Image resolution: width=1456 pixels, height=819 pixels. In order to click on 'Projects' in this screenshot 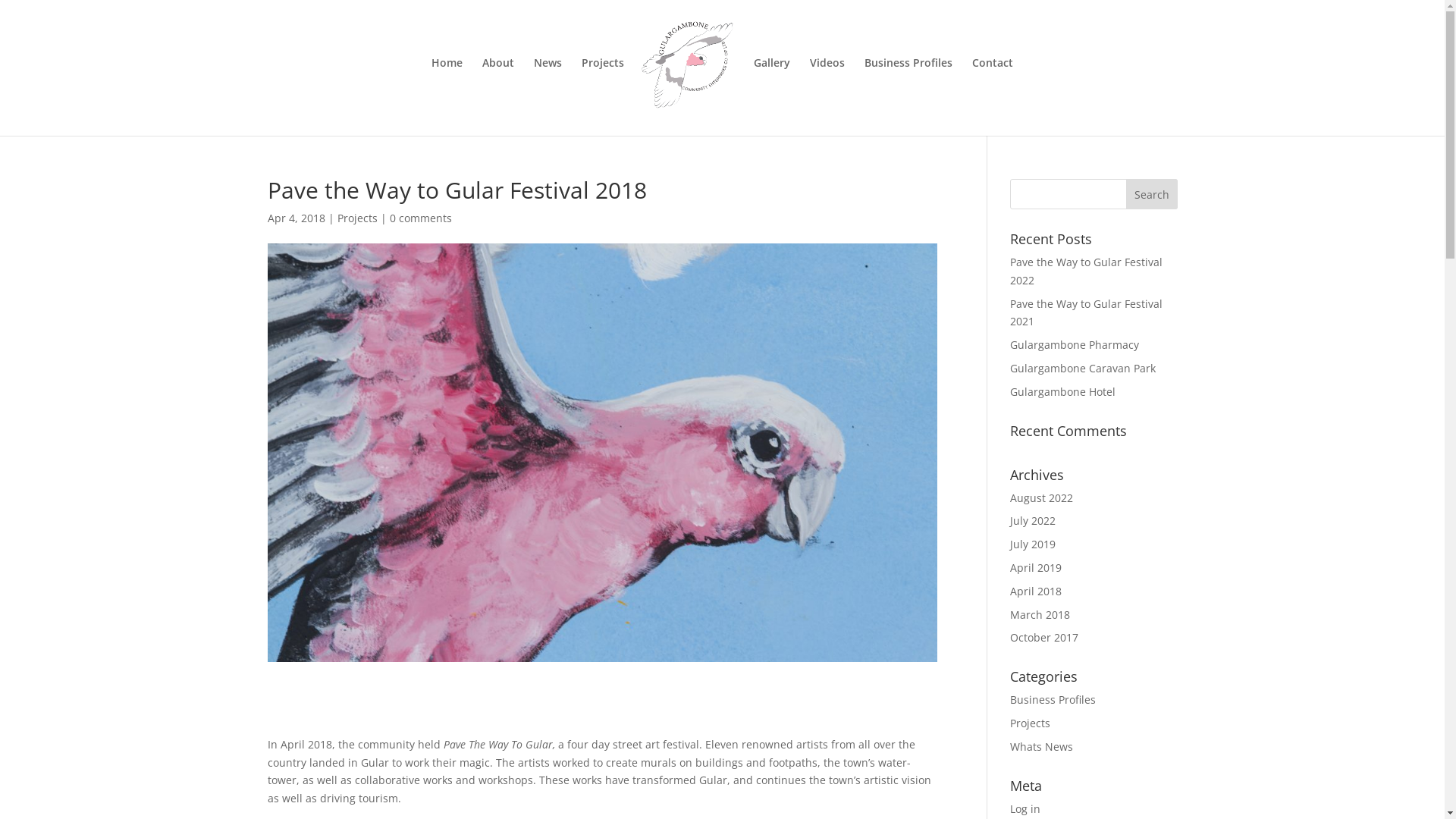, I will do `click(1009, 722)`.